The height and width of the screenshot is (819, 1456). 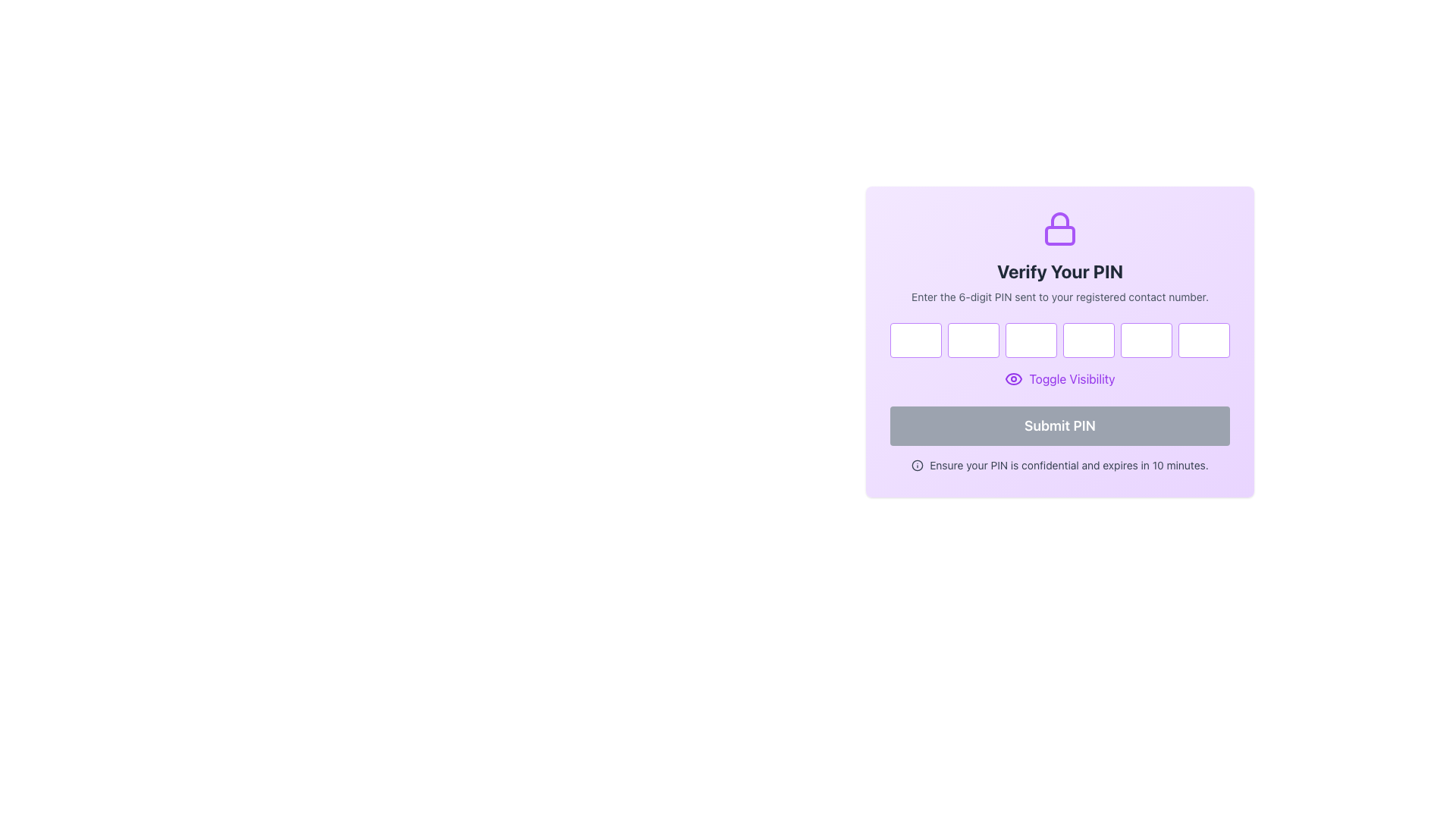 What do you see at coordinates (973, 339) in the screenshot?
I see `the second Password Input Box in the series of six, located within the purple-background modal interface, to focus it` at bounding box center [973, 339].